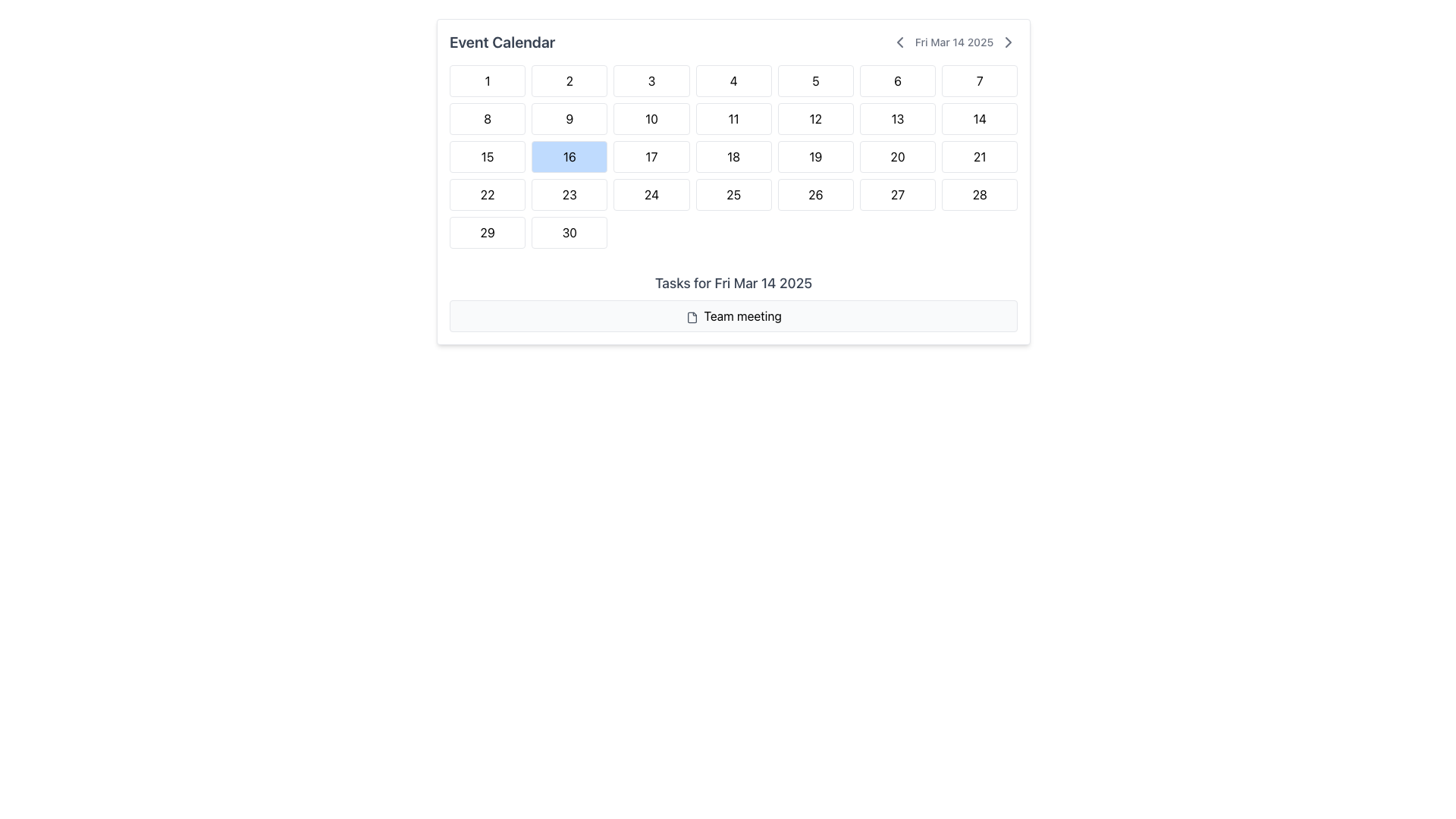 The image size is (1456, 819). Describe the element at coordinates (814, 194) in the screenshot. I see `the date button representing '26' in the calendar interface` at that location.